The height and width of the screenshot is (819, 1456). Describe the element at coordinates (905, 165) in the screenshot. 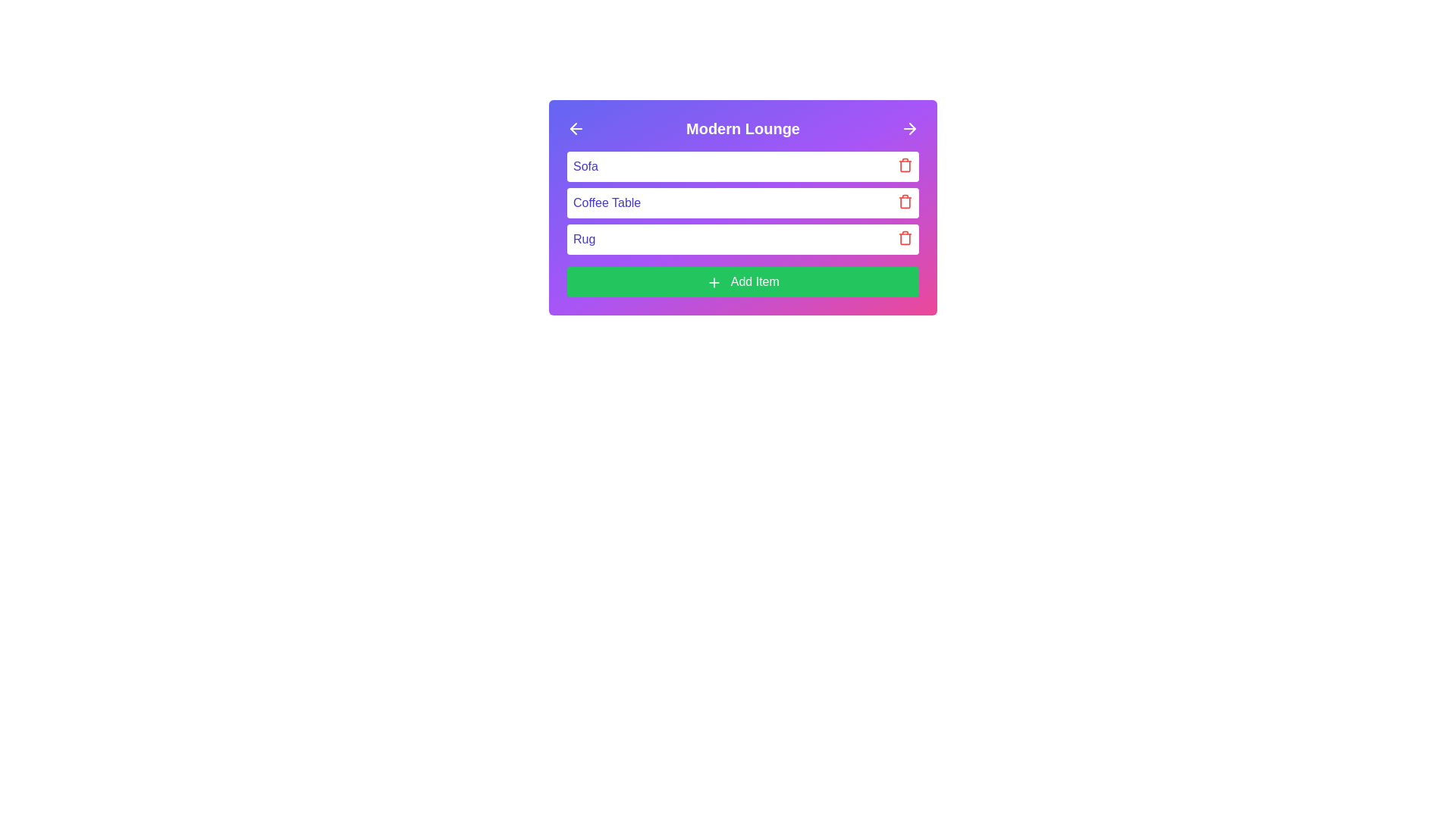

I see `the delete icon button for the item labeled 'Sofa'` at that location.